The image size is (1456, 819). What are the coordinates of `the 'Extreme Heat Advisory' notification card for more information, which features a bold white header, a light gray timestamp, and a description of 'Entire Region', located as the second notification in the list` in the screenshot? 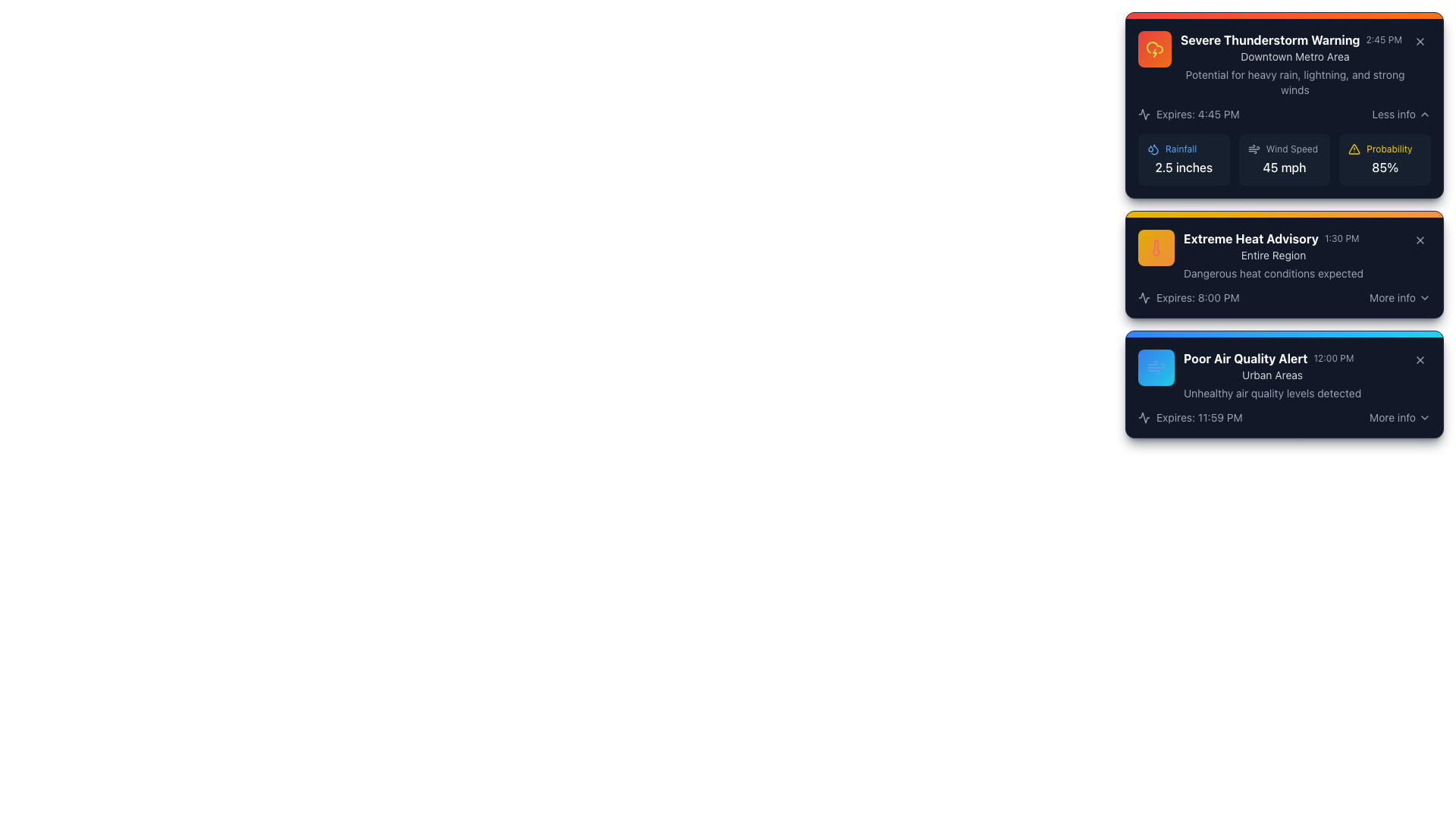 It's located at (1284, 254).